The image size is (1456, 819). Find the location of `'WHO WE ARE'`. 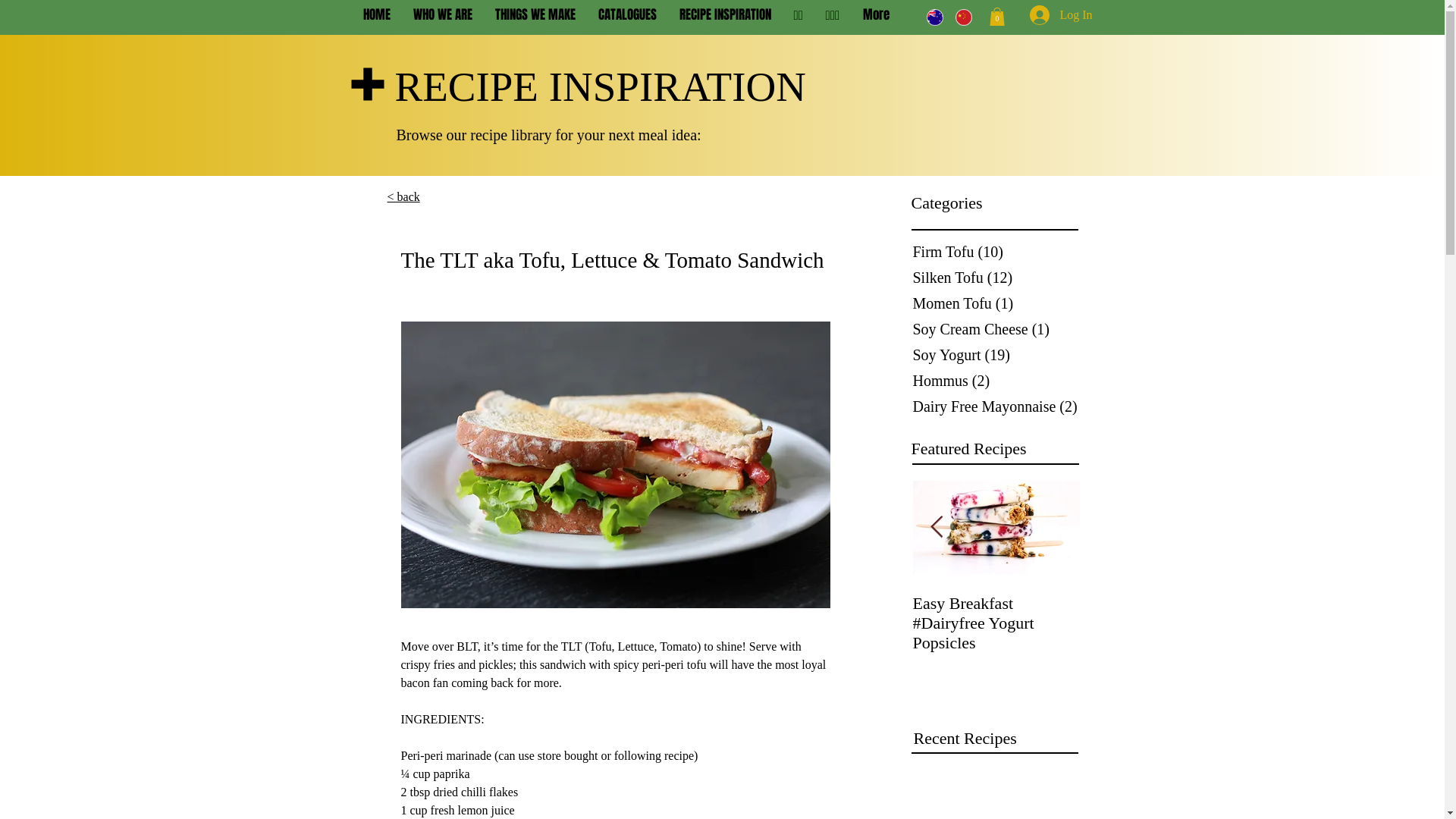

'WHO WE ARE' is located at coordinates (442, 14).